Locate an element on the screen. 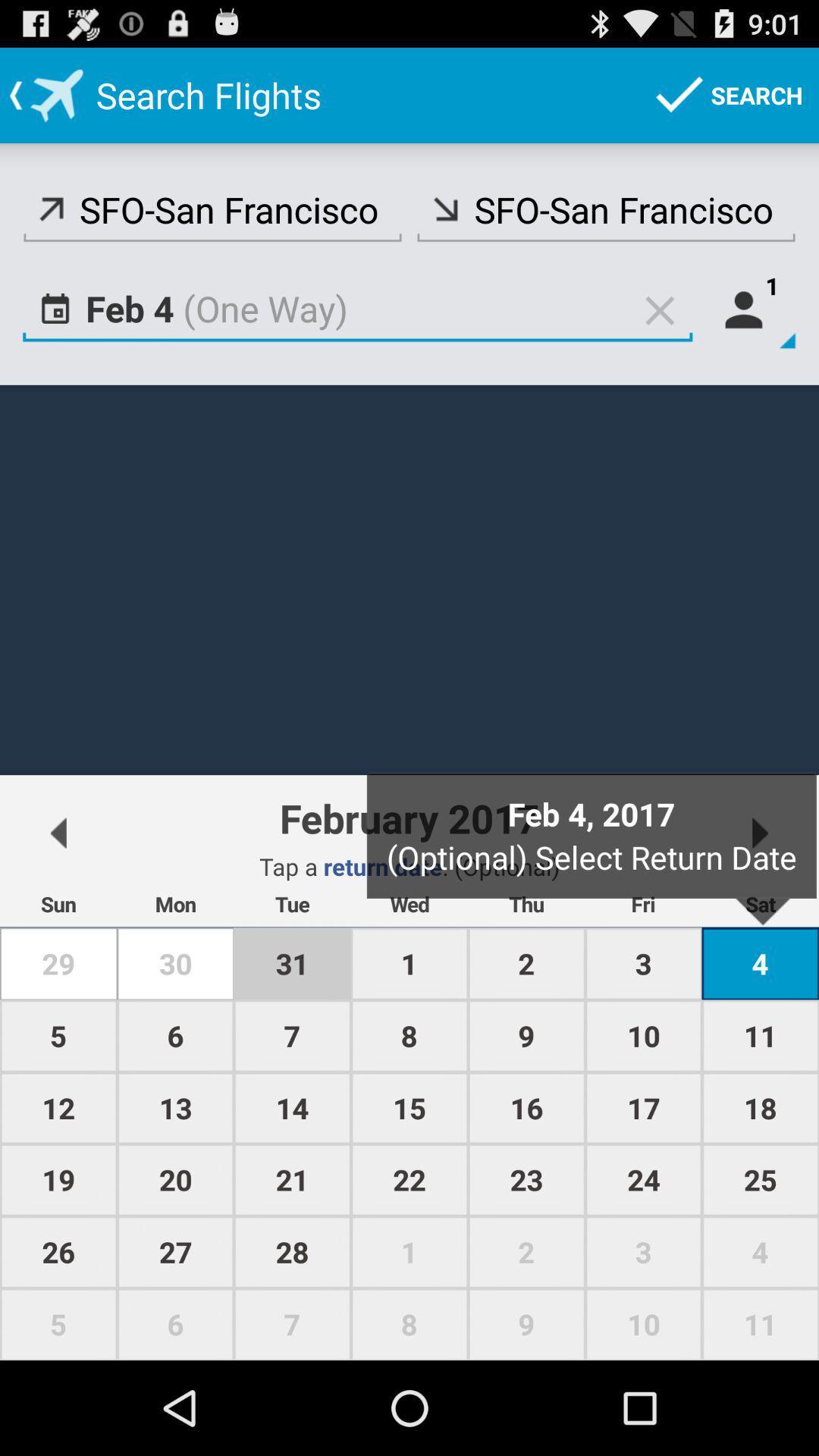 This screenshot has width=819, height=1456. the avatar icon is located at coordinates (751, 330).